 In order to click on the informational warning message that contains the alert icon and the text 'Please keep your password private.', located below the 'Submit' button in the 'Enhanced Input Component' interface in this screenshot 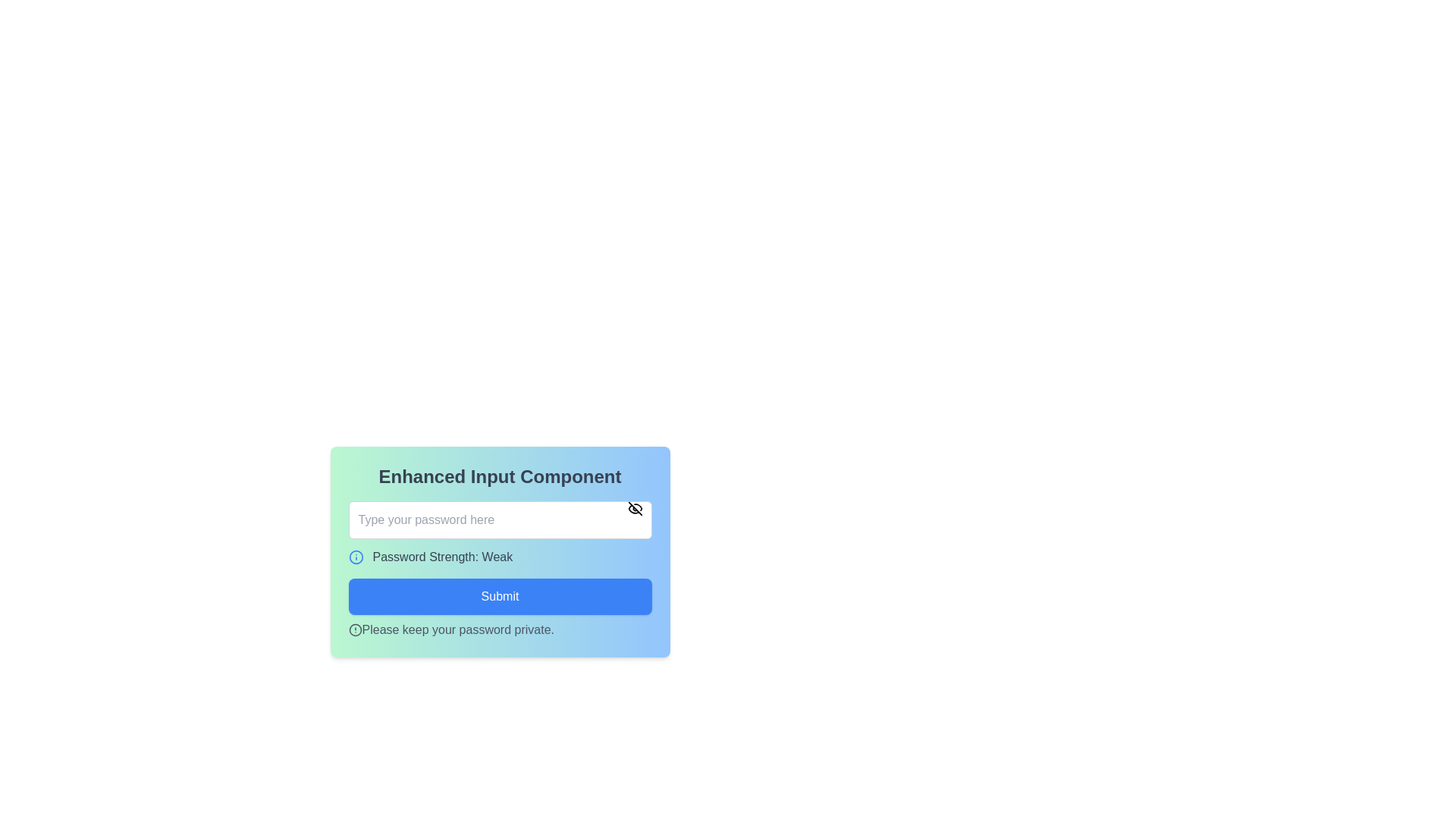, I will do `click(500, 629)`.